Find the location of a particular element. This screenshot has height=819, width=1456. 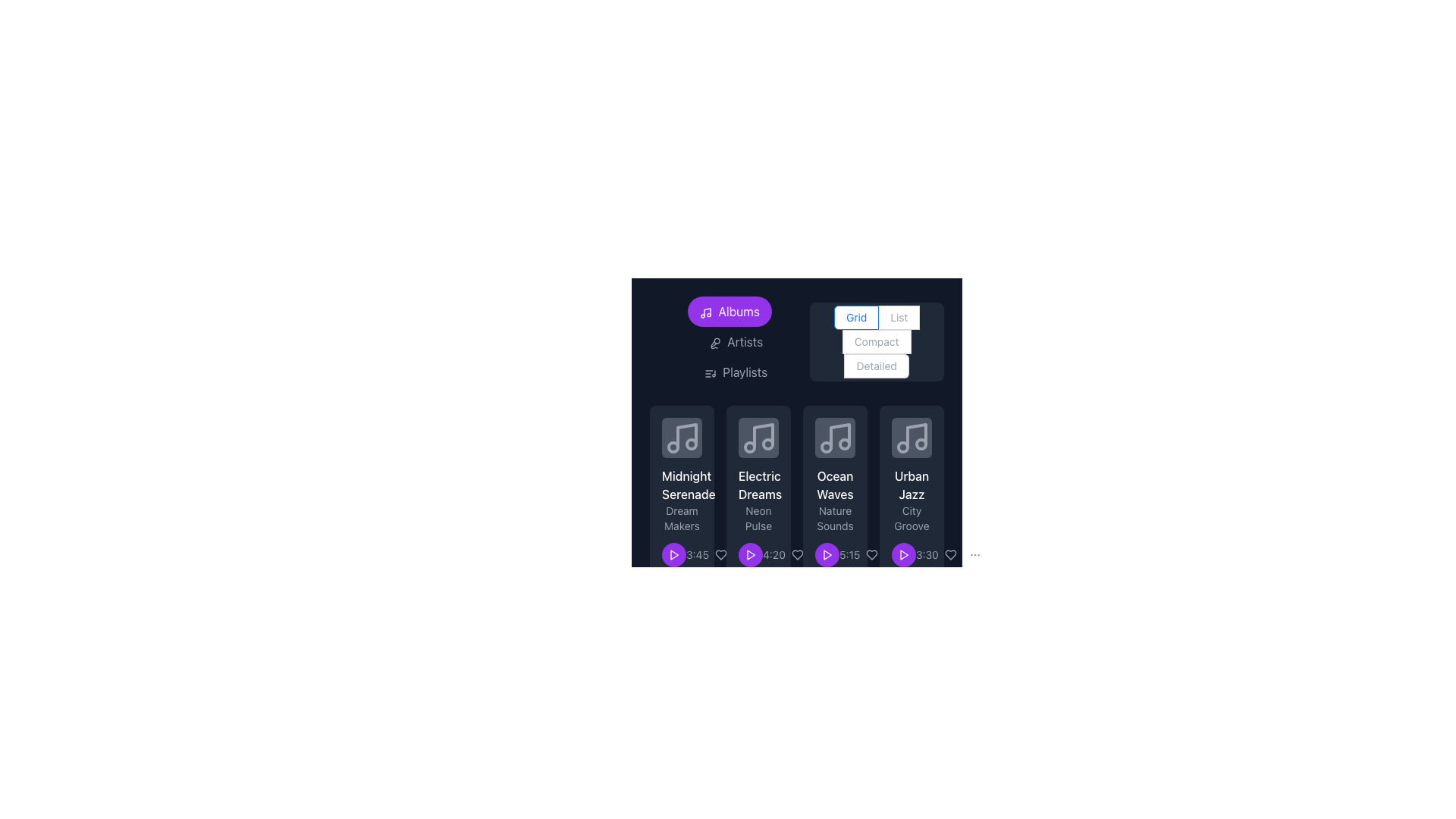

the triangular play icon located at the bottom-right corner of the 'Urban Jazz' music card, which is styled as a solid color SVG graphic element, to potentially reveal additional playback options is located at coordinates (904, 555).